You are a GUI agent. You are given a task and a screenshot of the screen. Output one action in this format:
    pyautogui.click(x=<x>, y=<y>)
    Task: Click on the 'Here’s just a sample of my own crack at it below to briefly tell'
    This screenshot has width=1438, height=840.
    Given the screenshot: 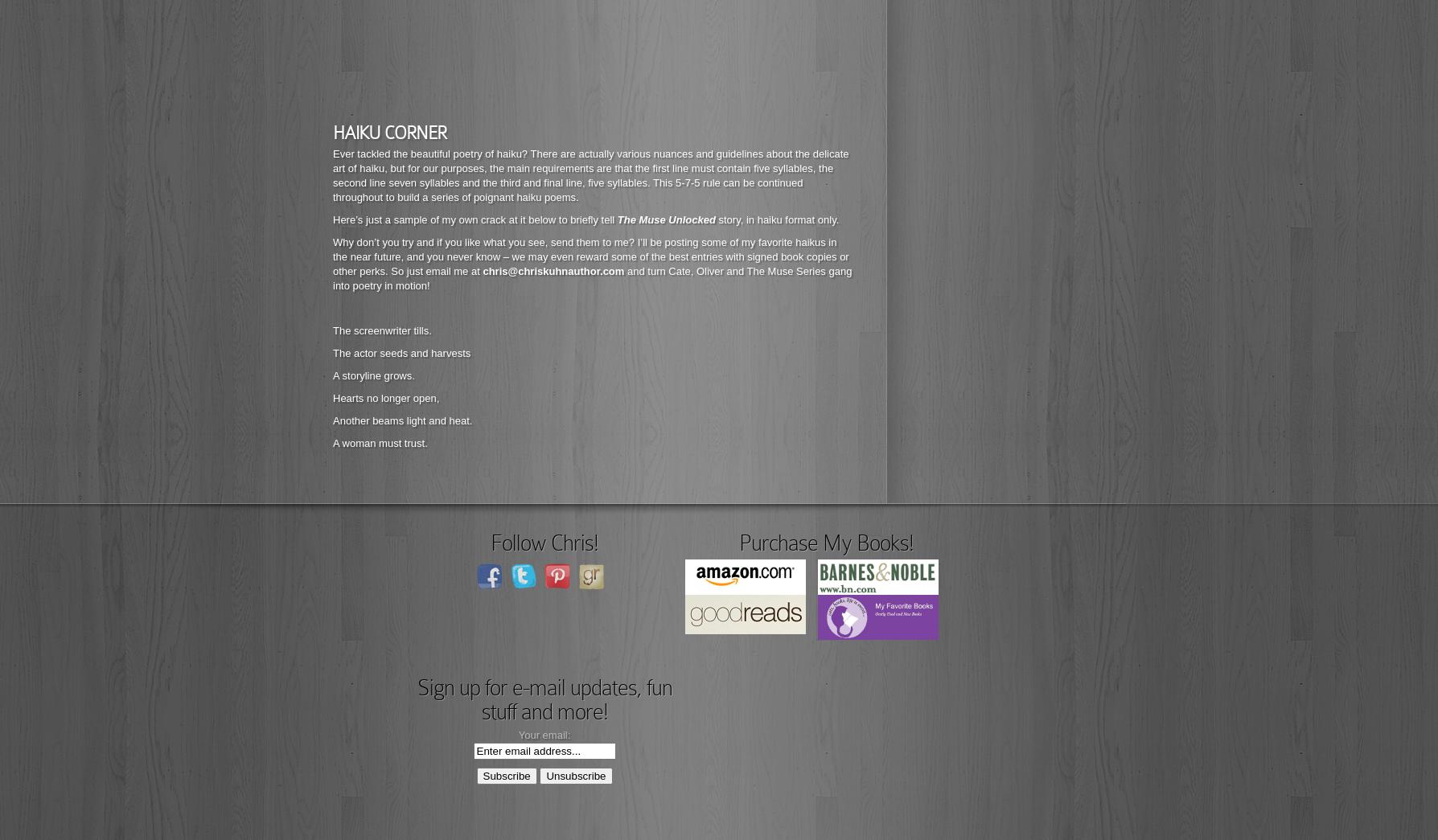 What is the action you would take?
    pyautogui.click(x=331, y=219)
    